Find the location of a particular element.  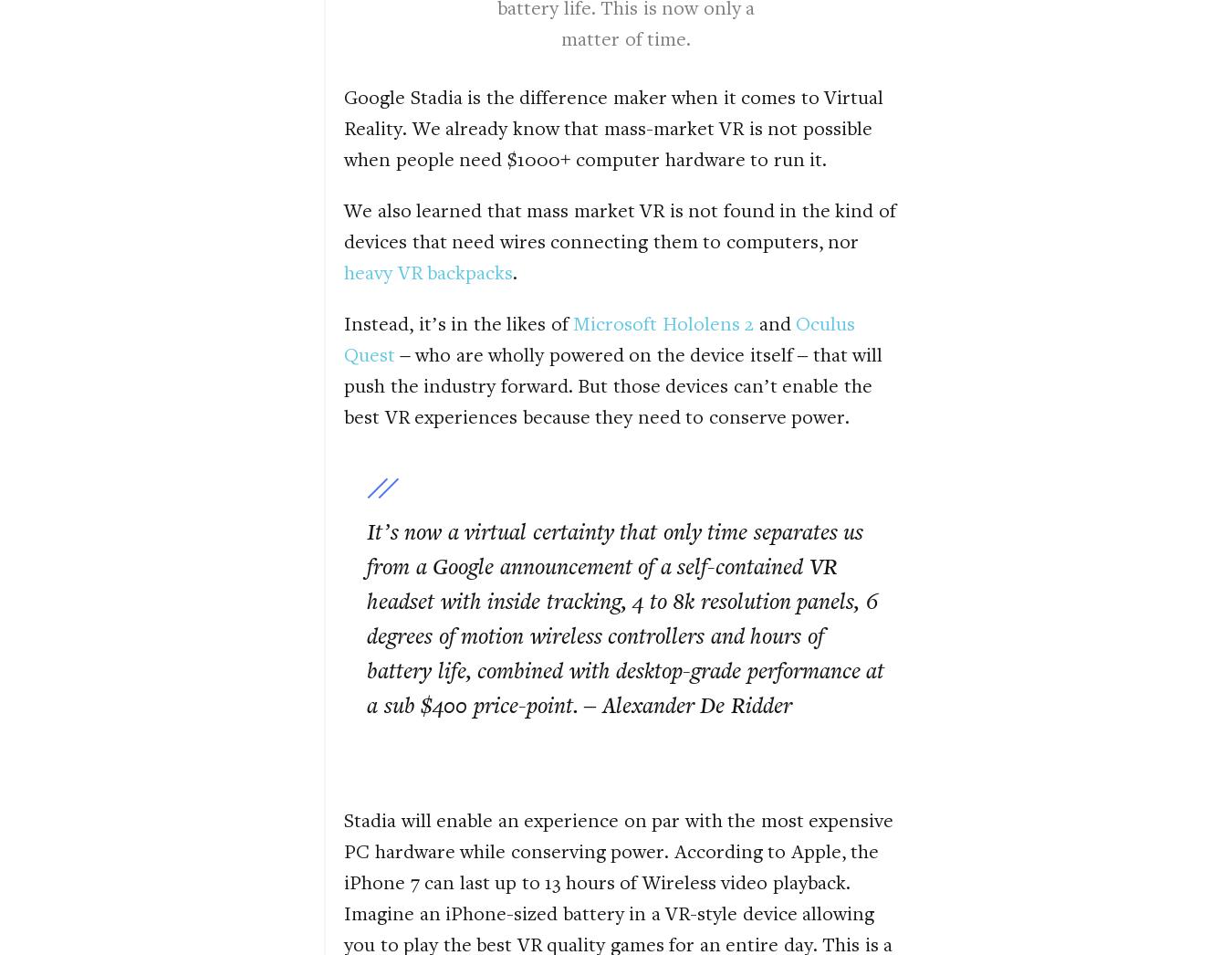

'and' is located at coordinates (775, 321).